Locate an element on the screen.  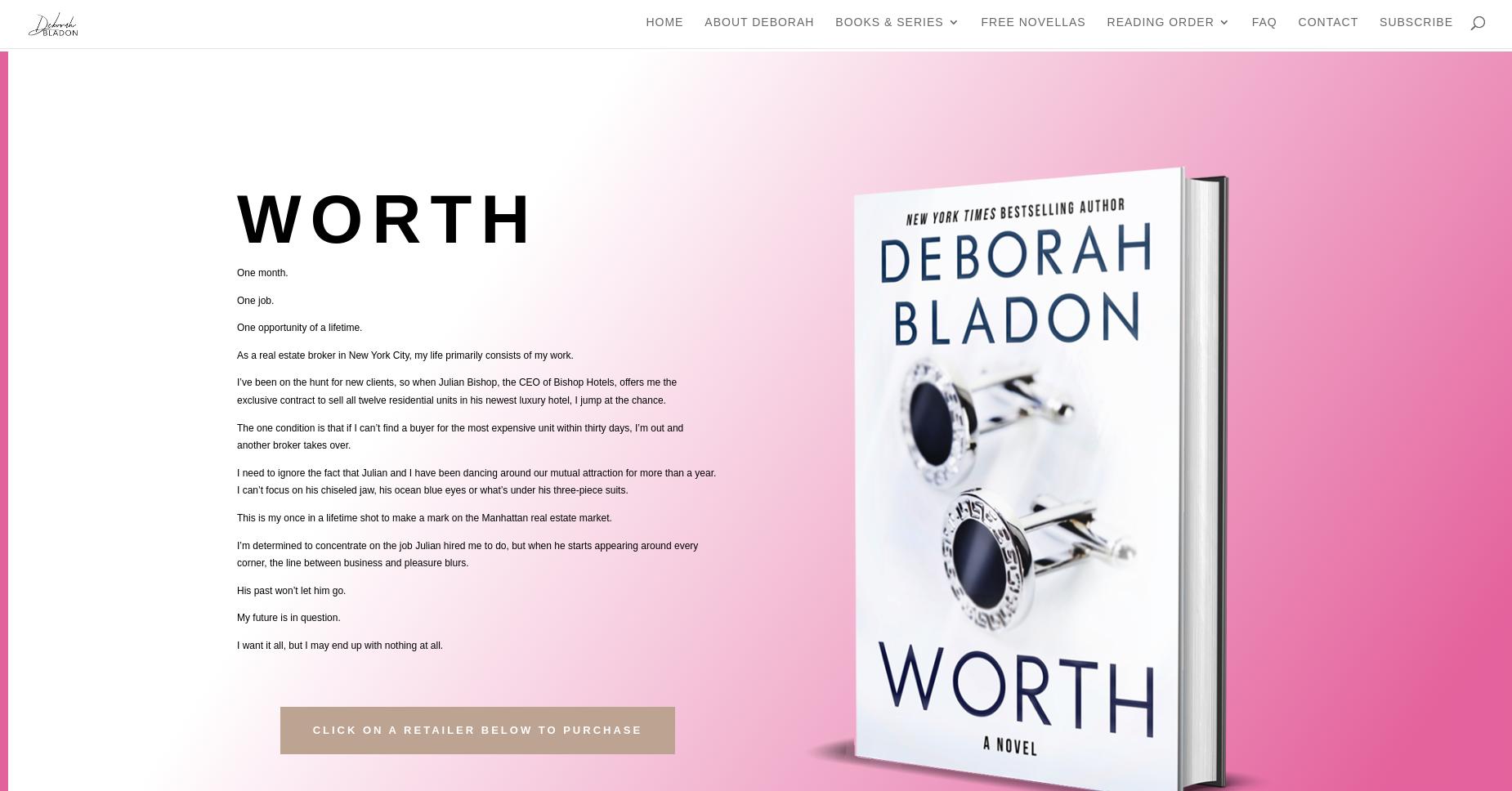
'One opportunity of a lifetime.' is located at coordinates (298, 327).